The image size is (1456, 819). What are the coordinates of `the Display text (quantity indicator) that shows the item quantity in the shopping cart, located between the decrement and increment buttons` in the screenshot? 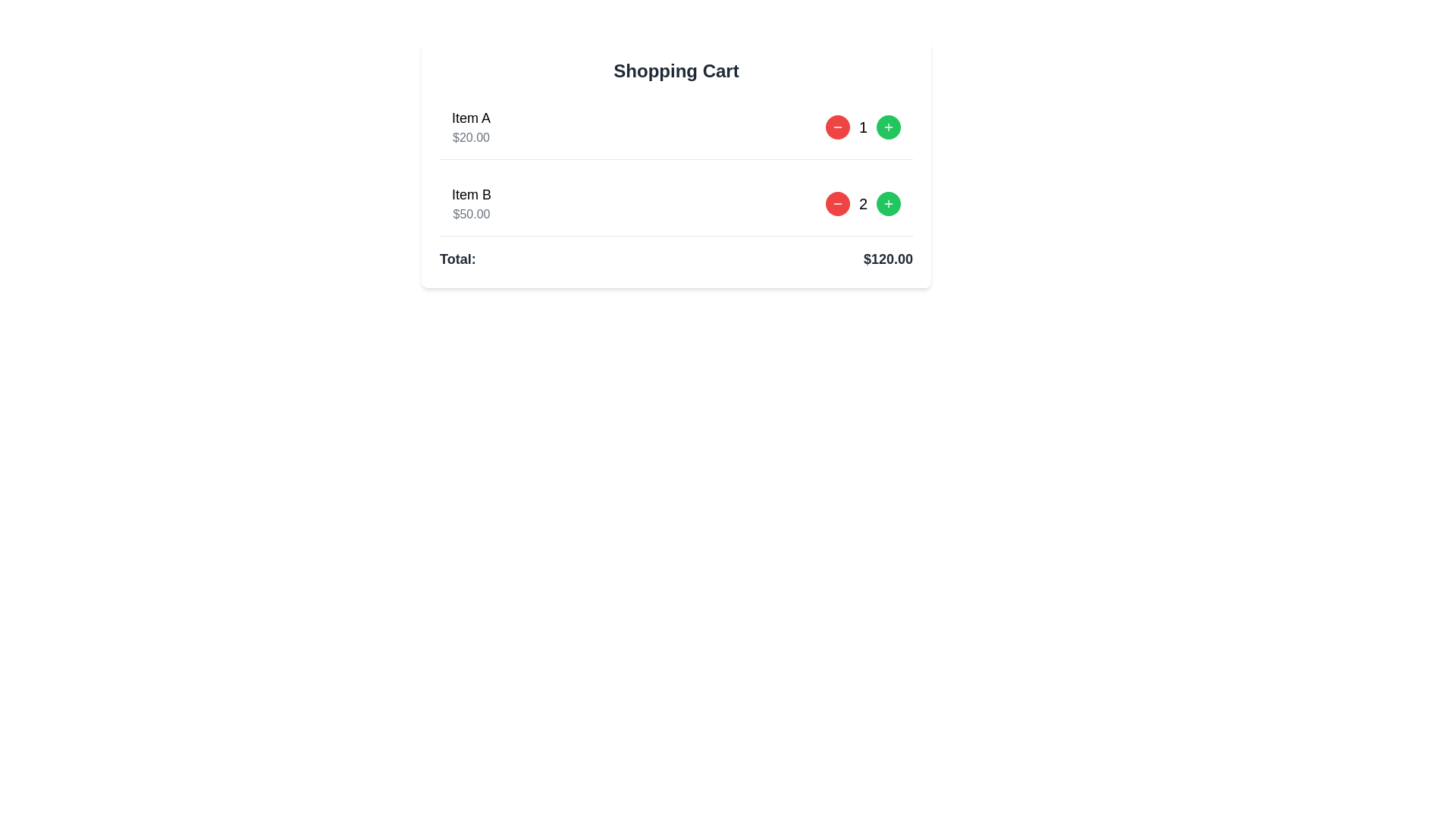 It's located at (863, 203).